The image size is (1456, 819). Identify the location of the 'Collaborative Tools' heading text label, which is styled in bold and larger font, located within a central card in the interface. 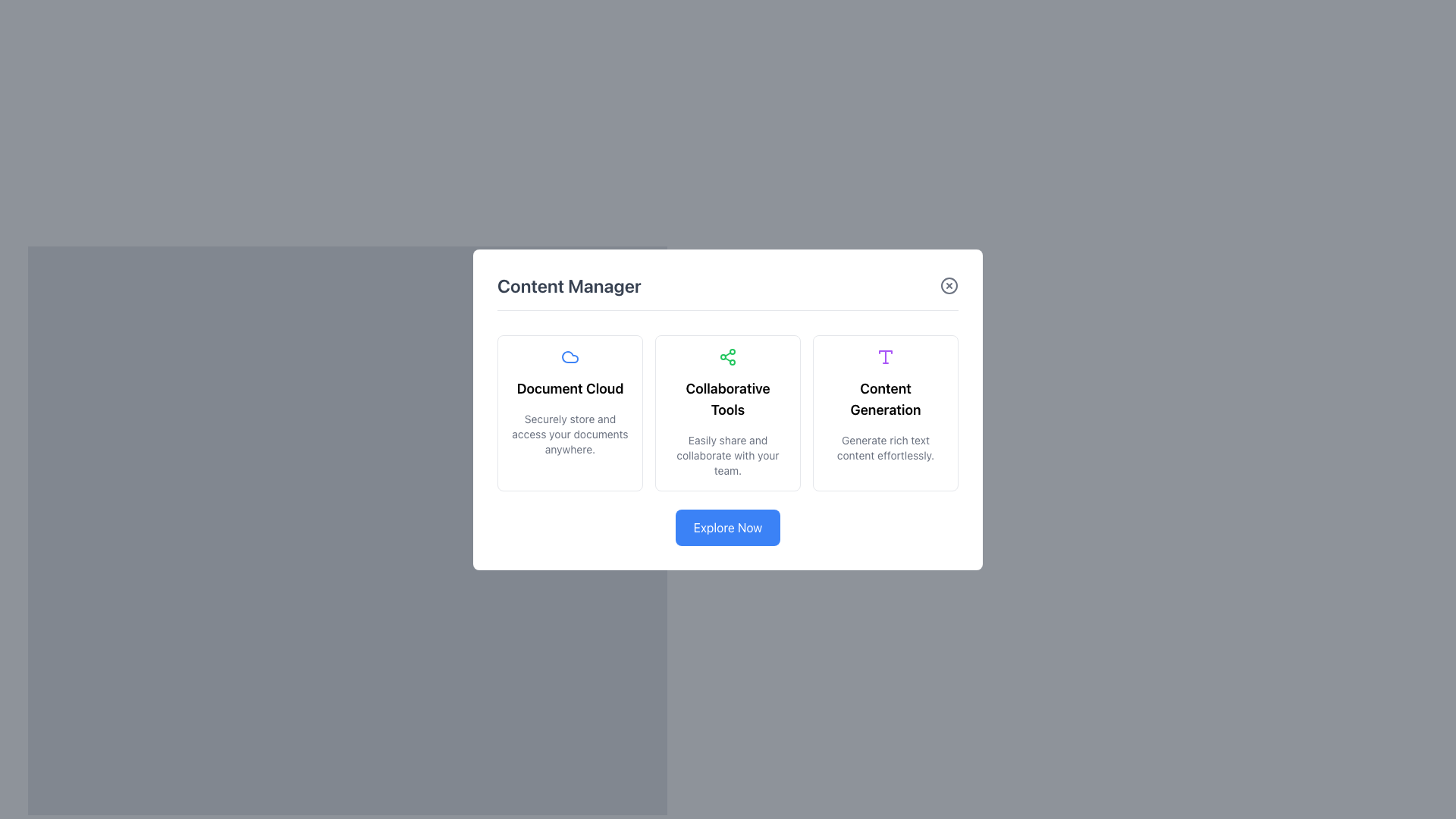
(728, 398).